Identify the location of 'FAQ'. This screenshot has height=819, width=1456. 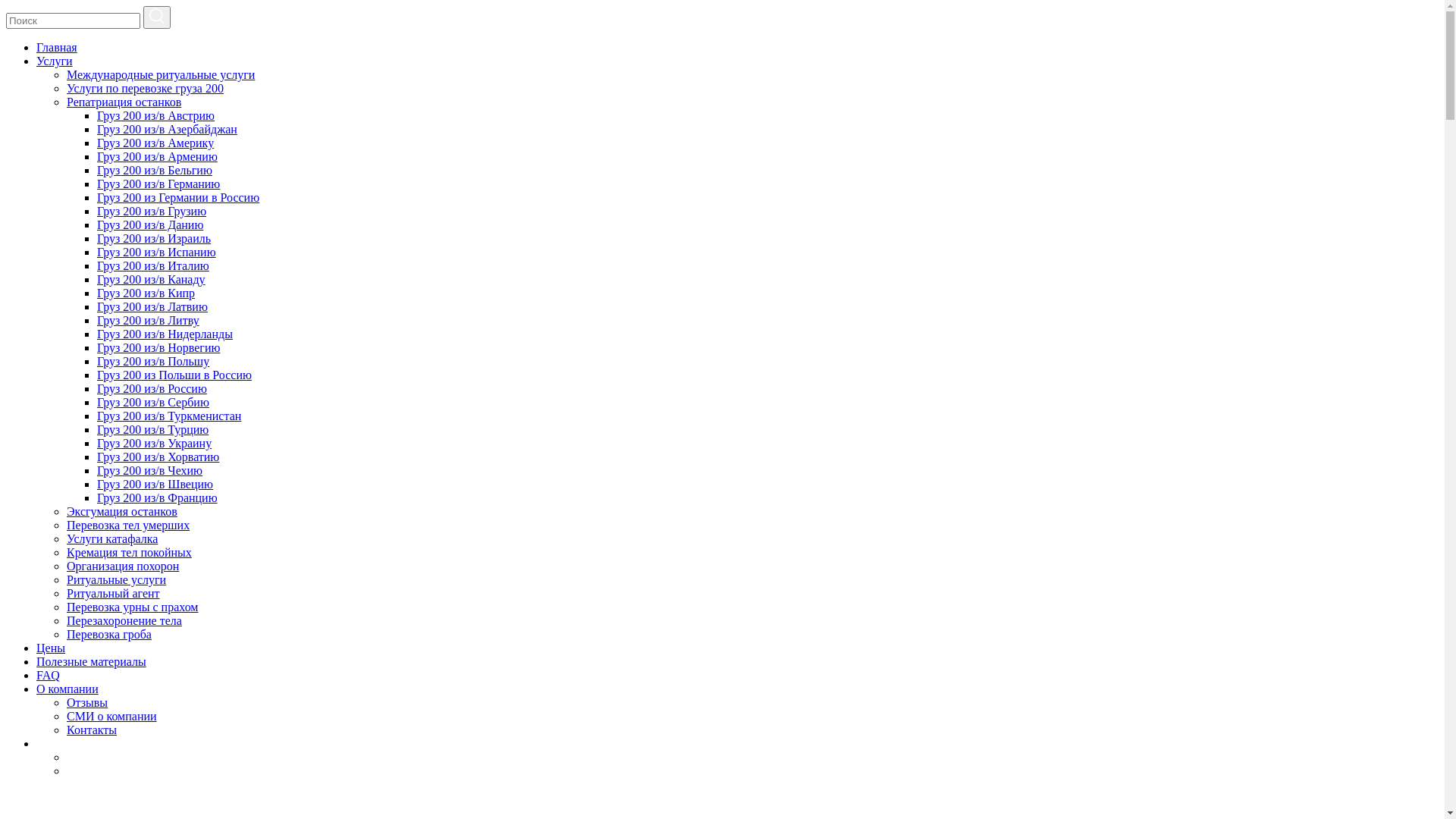
(48, 674).